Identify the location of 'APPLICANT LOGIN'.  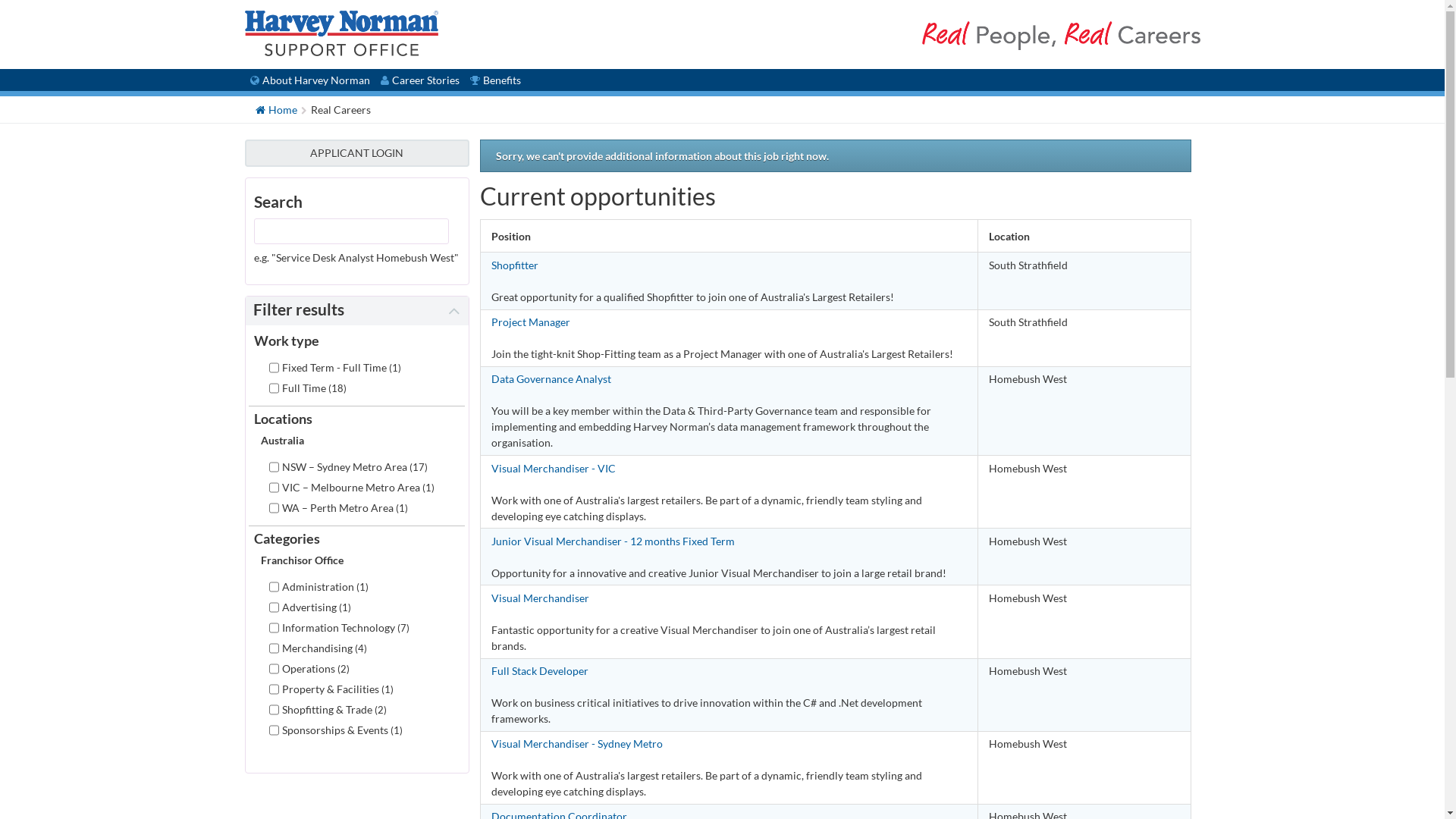
(356, 152).